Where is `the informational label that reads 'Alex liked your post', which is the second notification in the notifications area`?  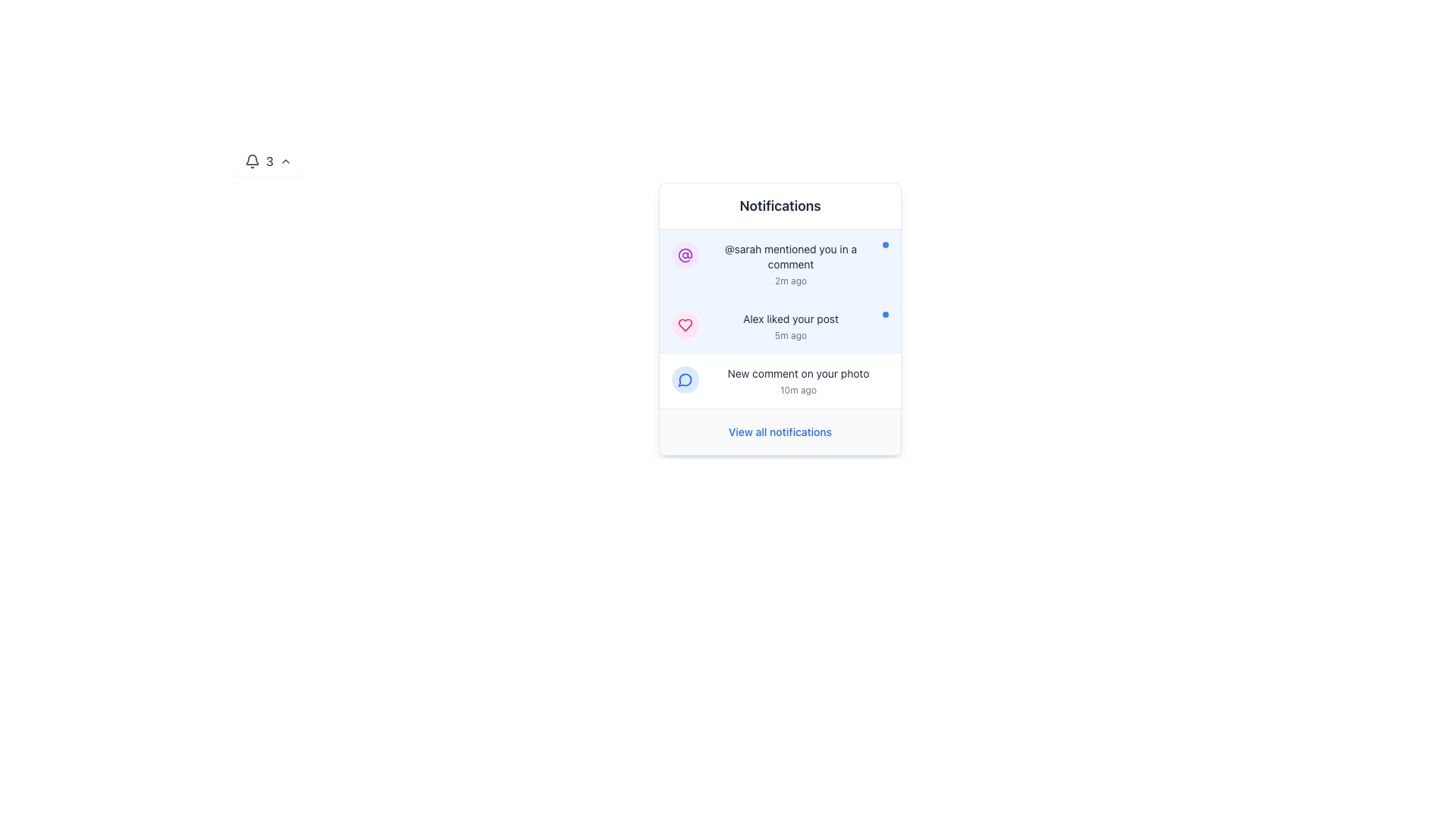 the informational label that reads 'Alex liked your post', which is the second notification in the notifications area is located at coordinates (789, 326).